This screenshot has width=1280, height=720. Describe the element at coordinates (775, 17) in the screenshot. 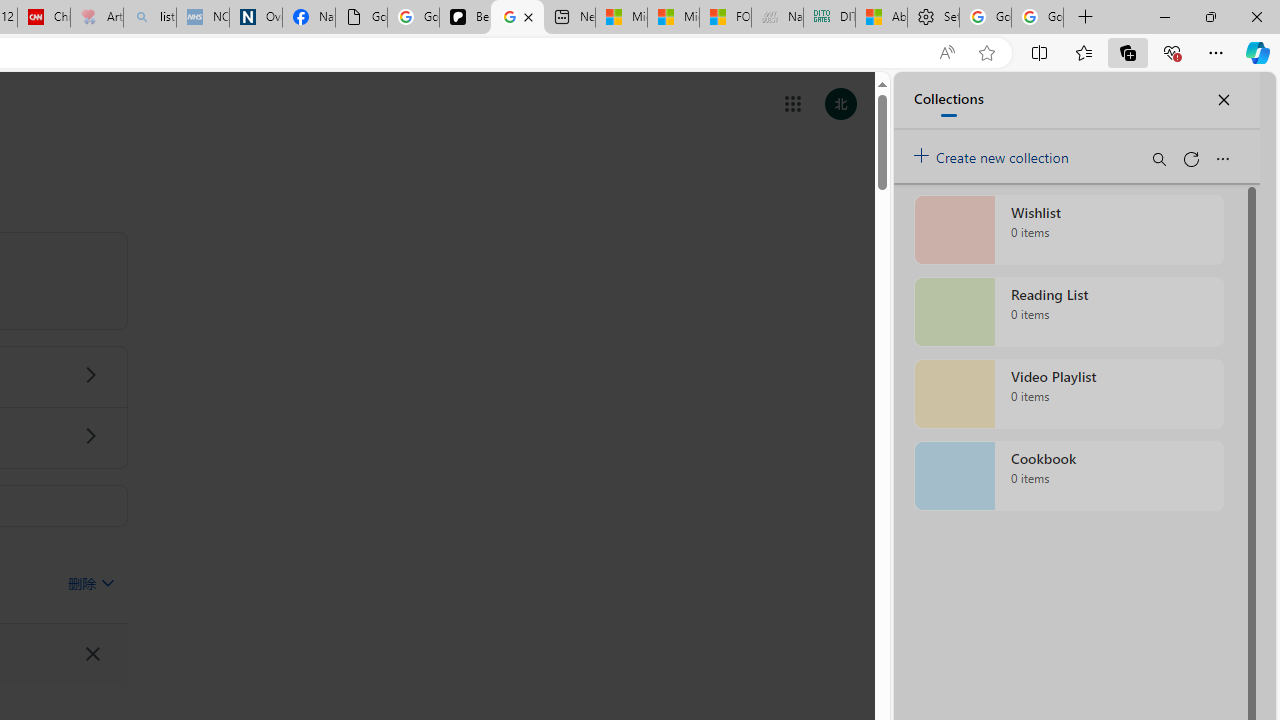

I see `'Navy Quest'` at that location.